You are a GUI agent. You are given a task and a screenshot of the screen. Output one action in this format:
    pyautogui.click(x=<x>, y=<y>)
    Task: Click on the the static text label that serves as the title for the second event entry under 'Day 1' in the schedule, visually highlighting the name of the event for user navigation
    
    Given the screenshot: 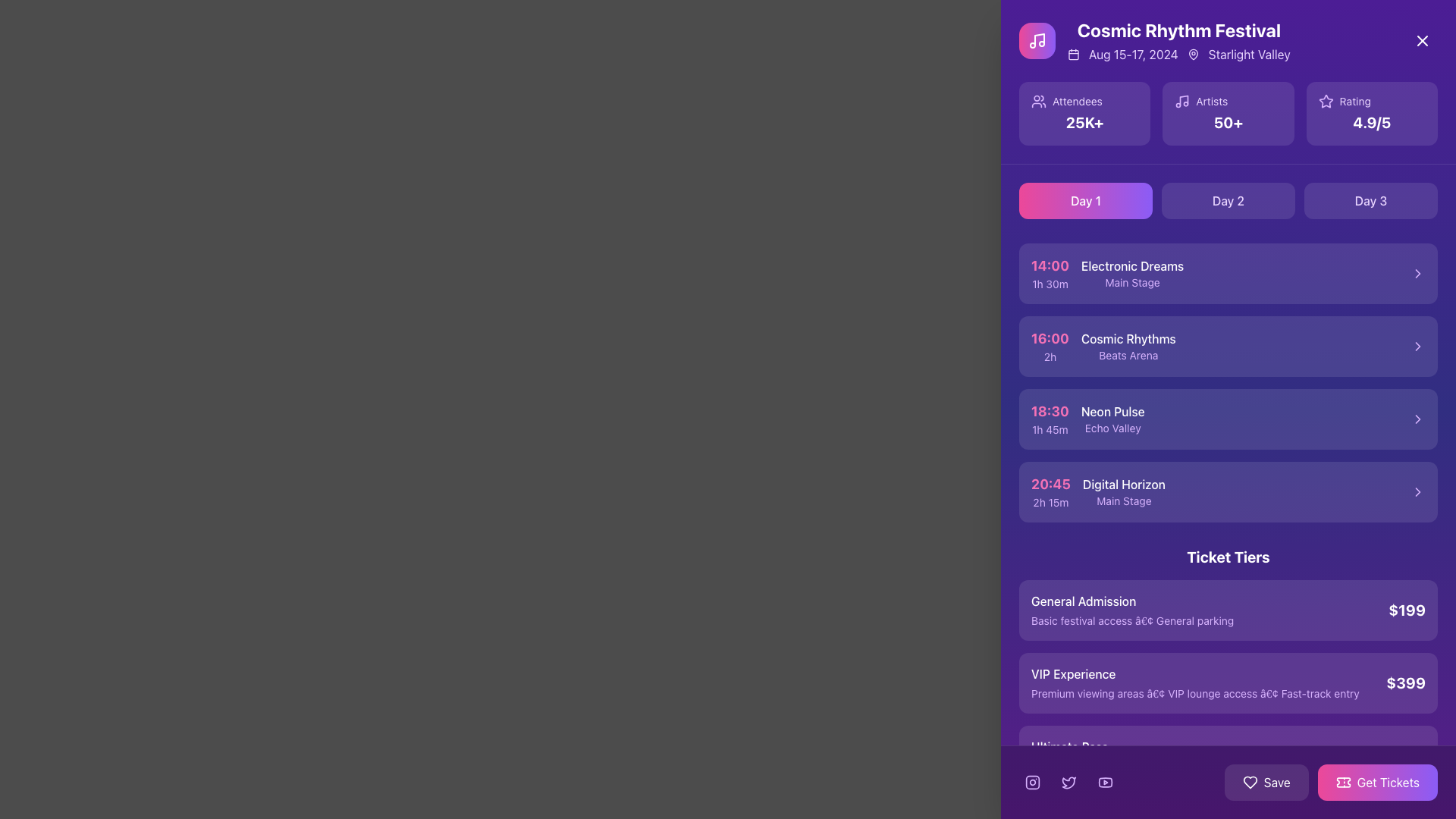 What is the action you would take?
    pyautogui.click(x=1128, y=338)
    